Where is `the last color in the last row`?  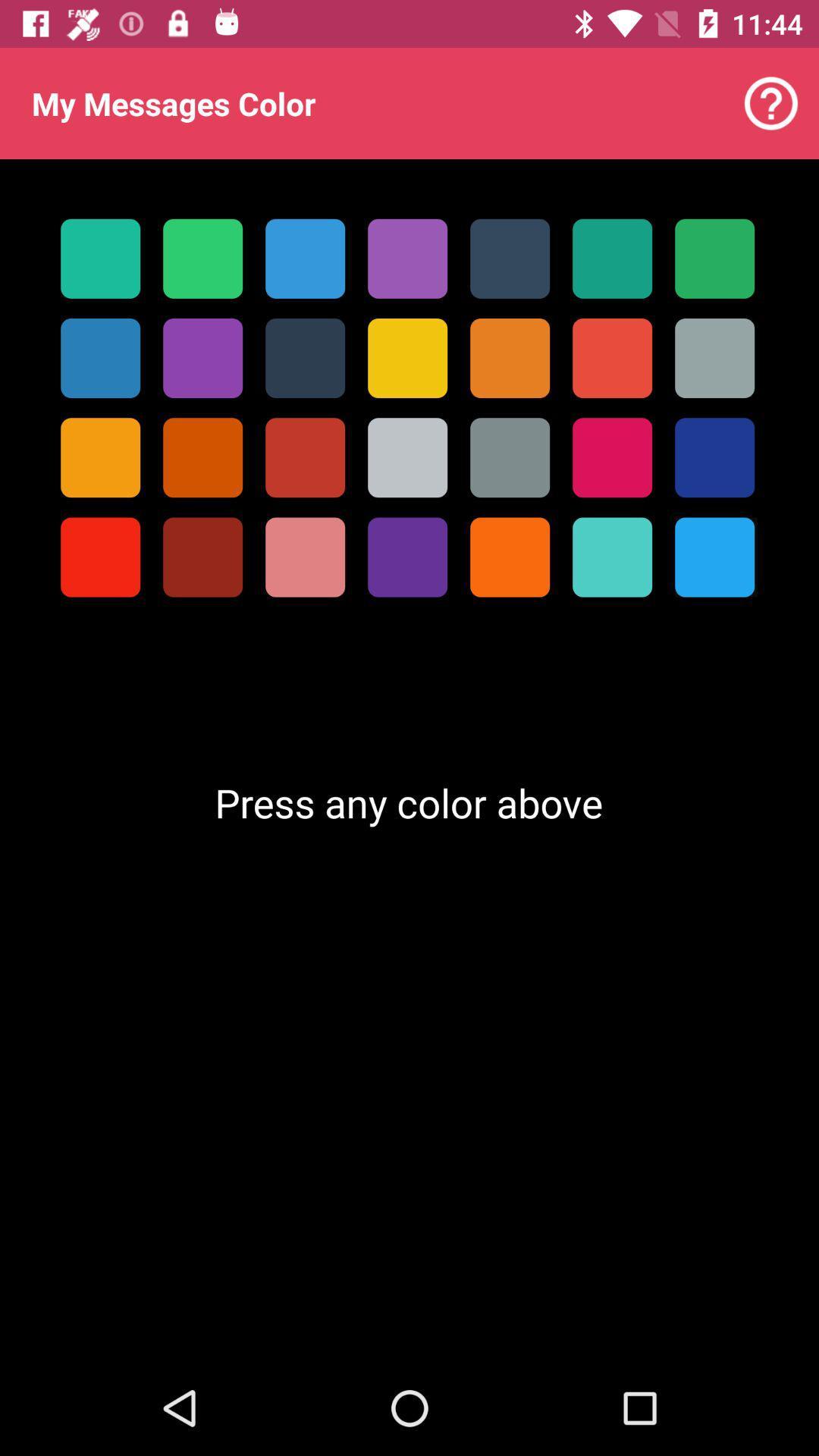 the last color in the last row is located at coordinates (714, 557).